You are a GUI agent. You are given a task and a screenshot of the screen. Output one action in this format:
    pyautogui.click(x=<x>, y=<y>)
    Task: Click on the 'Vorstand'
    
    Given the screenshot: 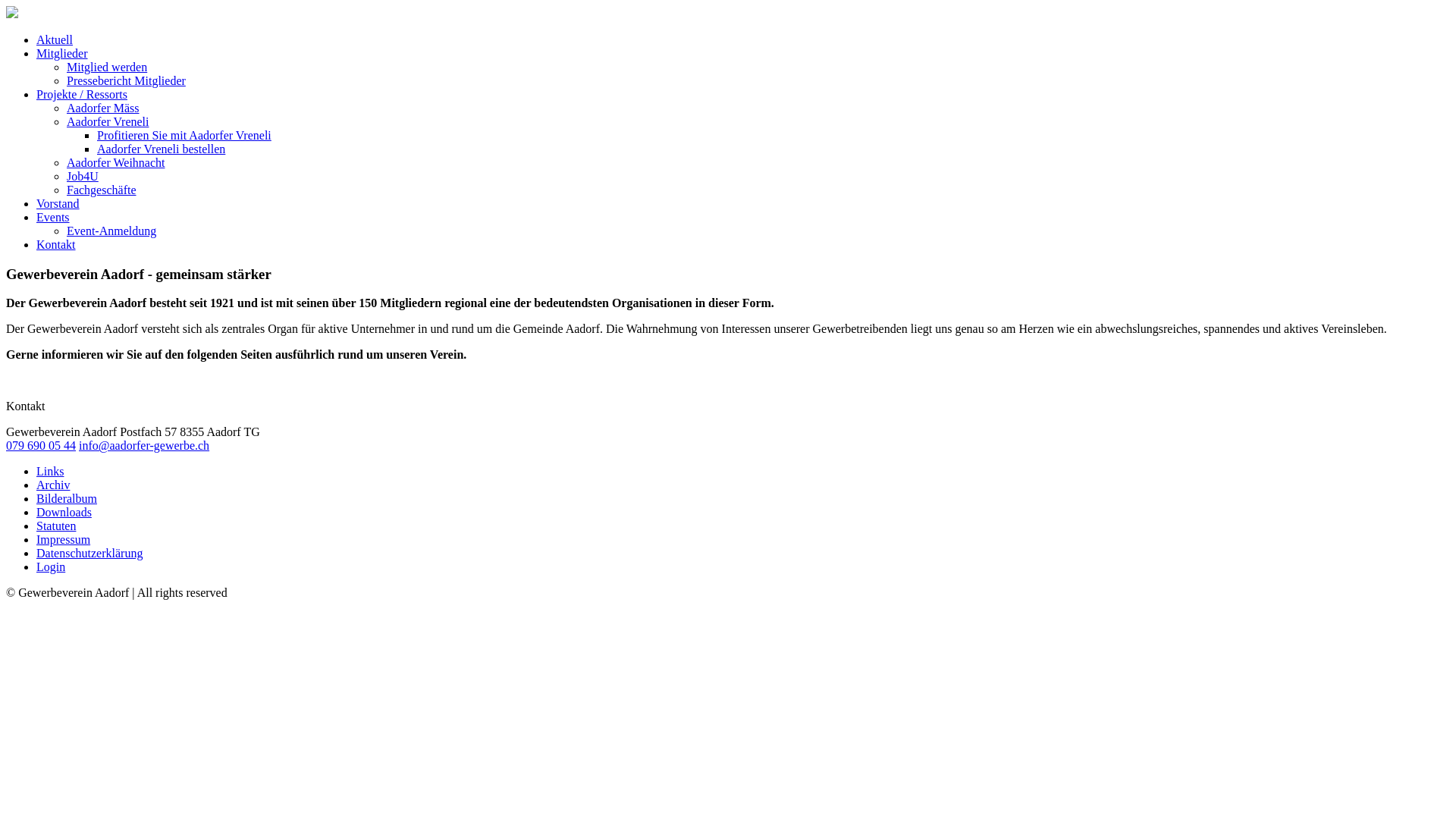 What is the action you would take?
    pyautogui.click(x=58, y=202)
    